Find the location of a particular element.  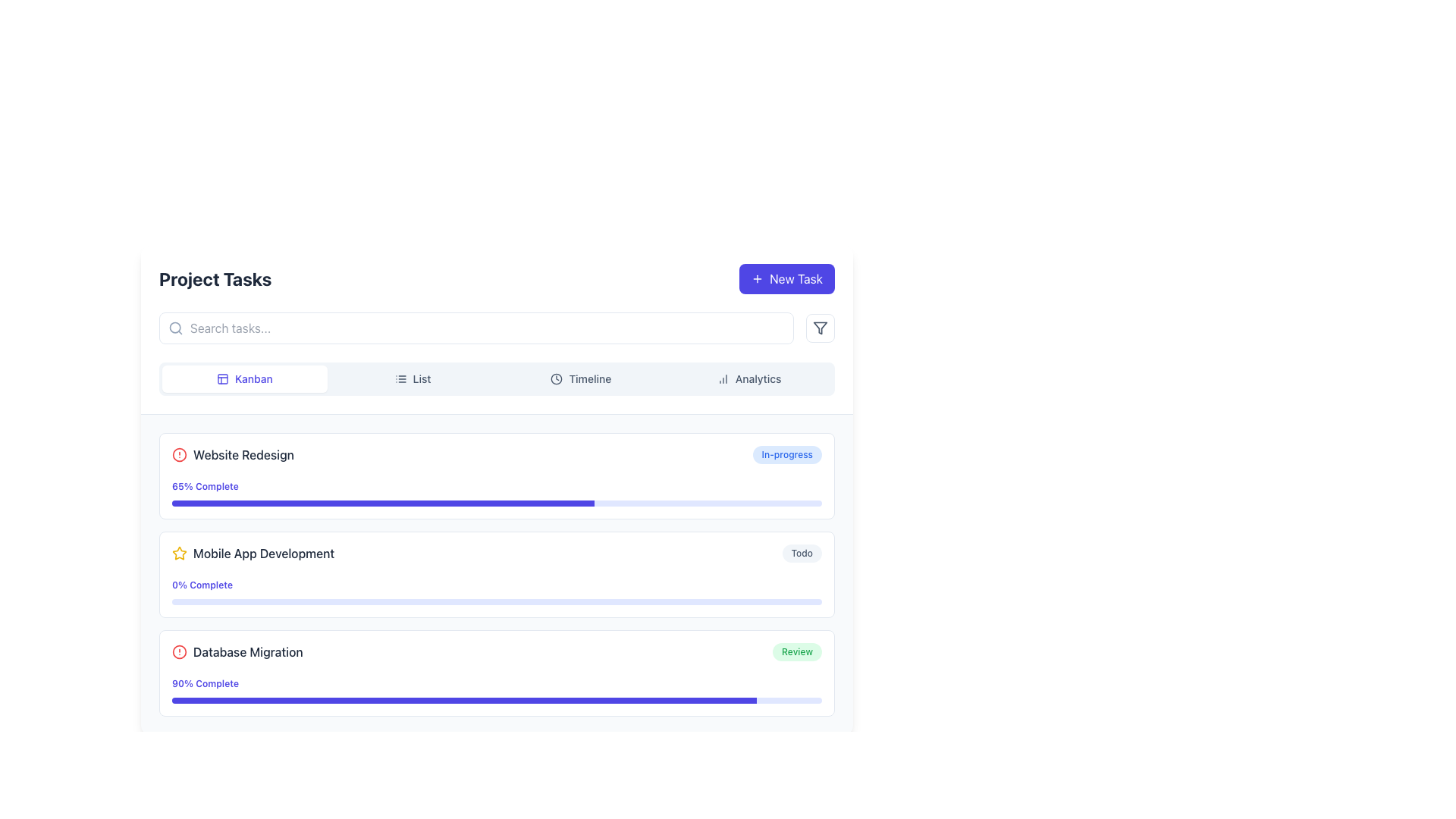

the text label displaying the completion percentage of the 'Database Migration' task to potentially see additional details if interactive is located at coordinates (205, 681).